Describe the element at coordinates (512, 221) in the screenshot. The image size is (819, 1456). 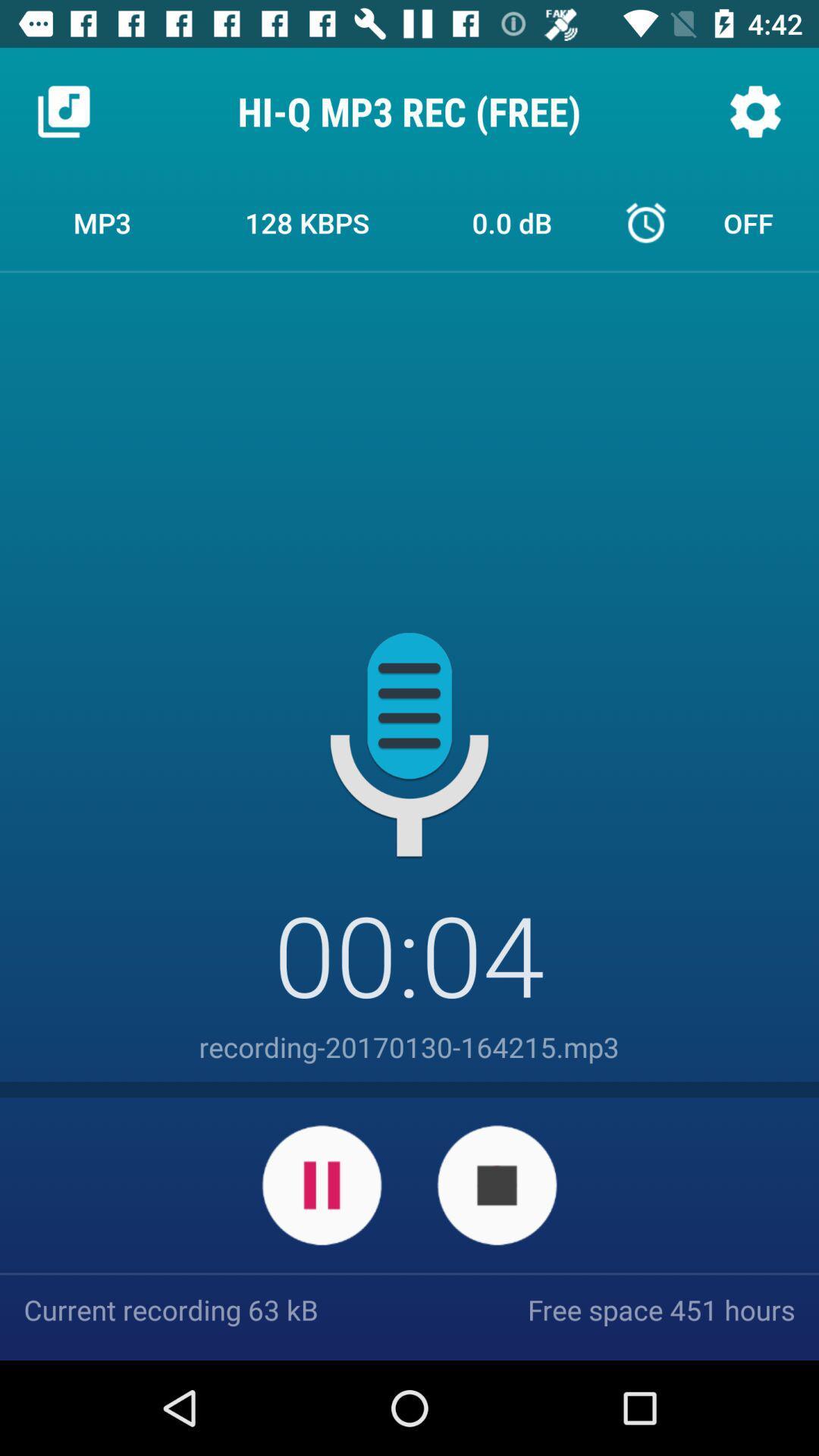
I see `the icon next to the 128 kbps icon` at that location.